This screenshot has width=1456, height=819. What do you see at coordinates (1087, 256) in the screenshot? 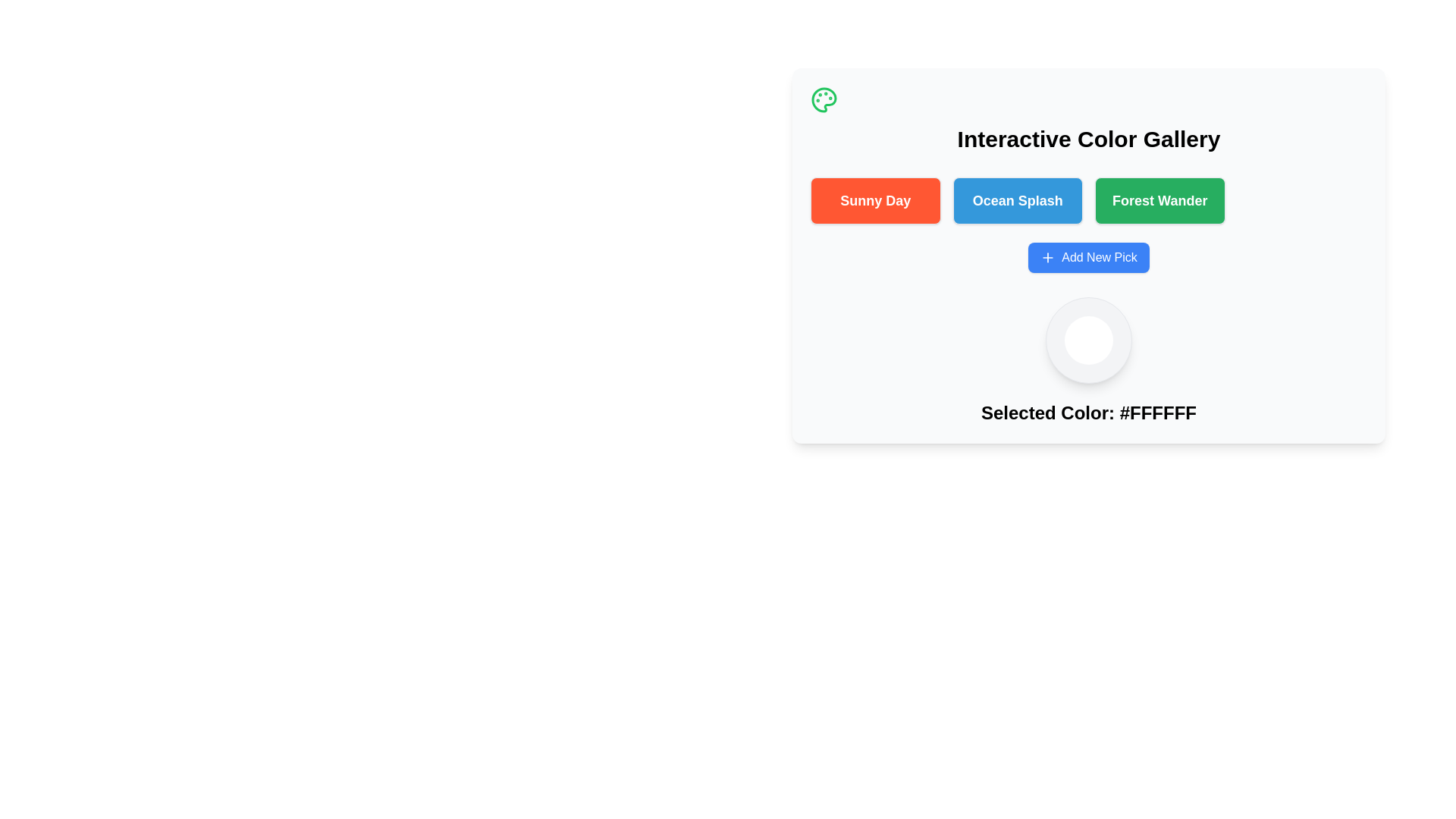
I see `the blue rounded rectangular button labeled 'Add New Pick'` at bounding box center [1087, 256].